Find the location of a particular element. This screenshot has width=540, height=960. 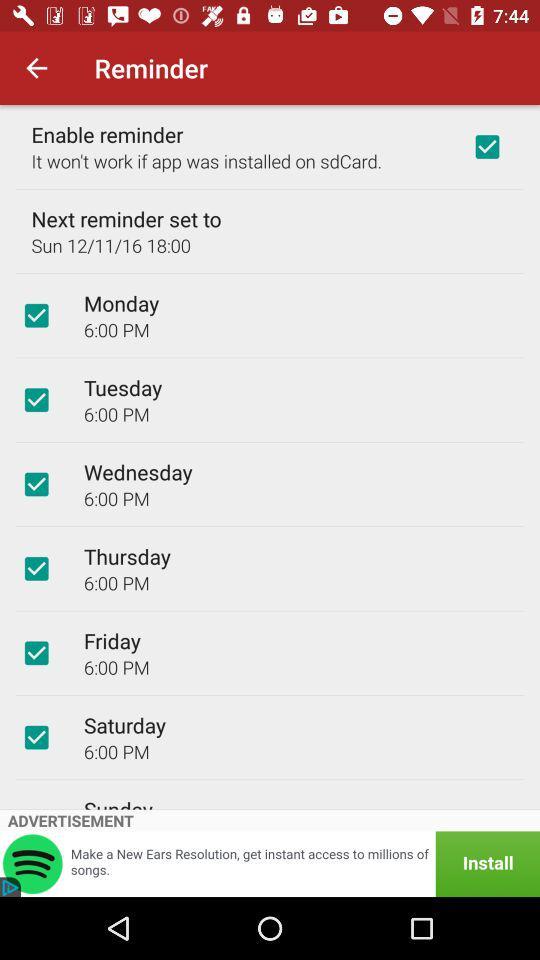

reminder day and time is located at coordinates (36, 568).